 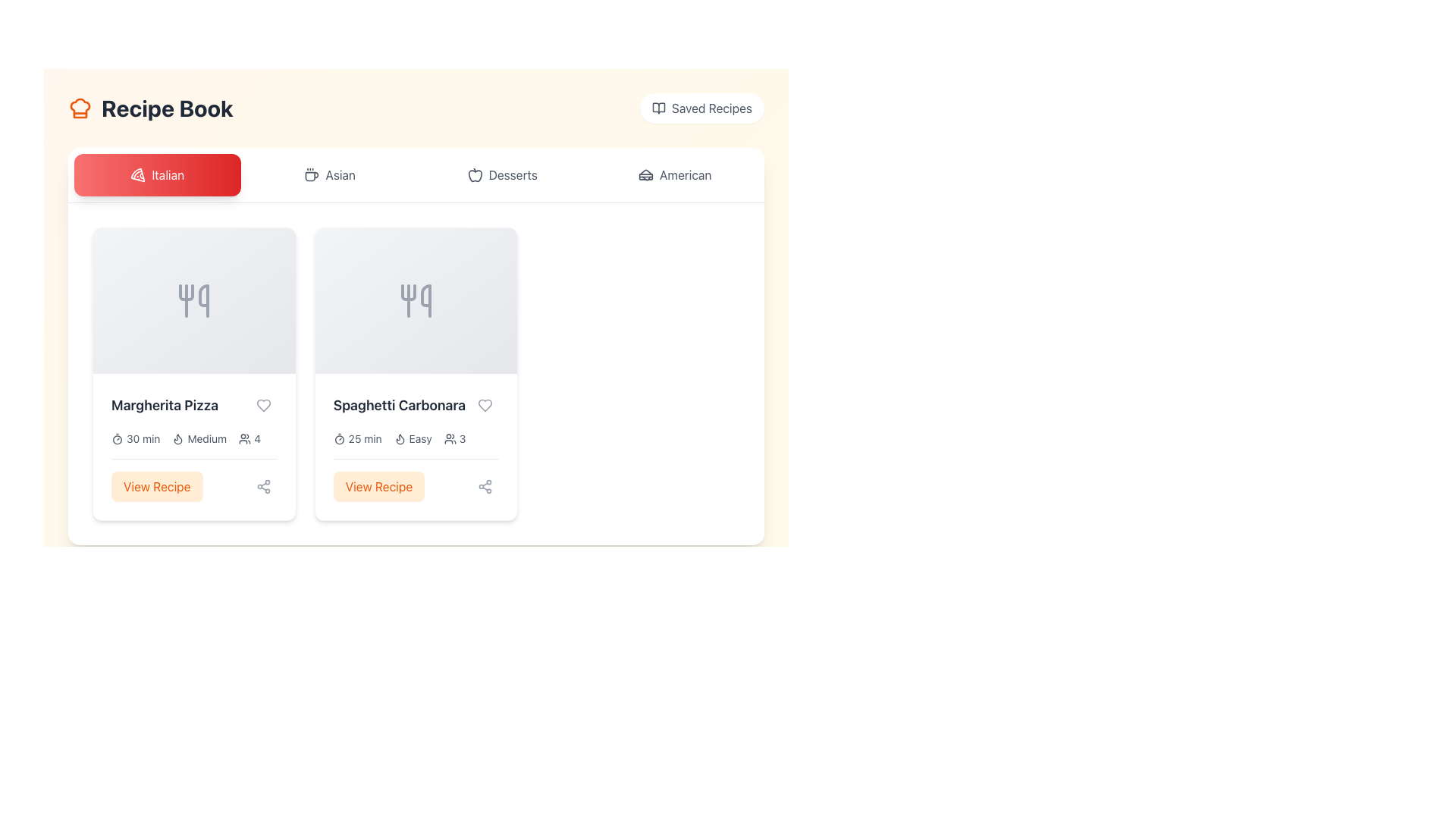 I want to click on the text label that serves as the title of the recipe on the first recipe card in the recipe book's content grid, so click(x=165, y=405).